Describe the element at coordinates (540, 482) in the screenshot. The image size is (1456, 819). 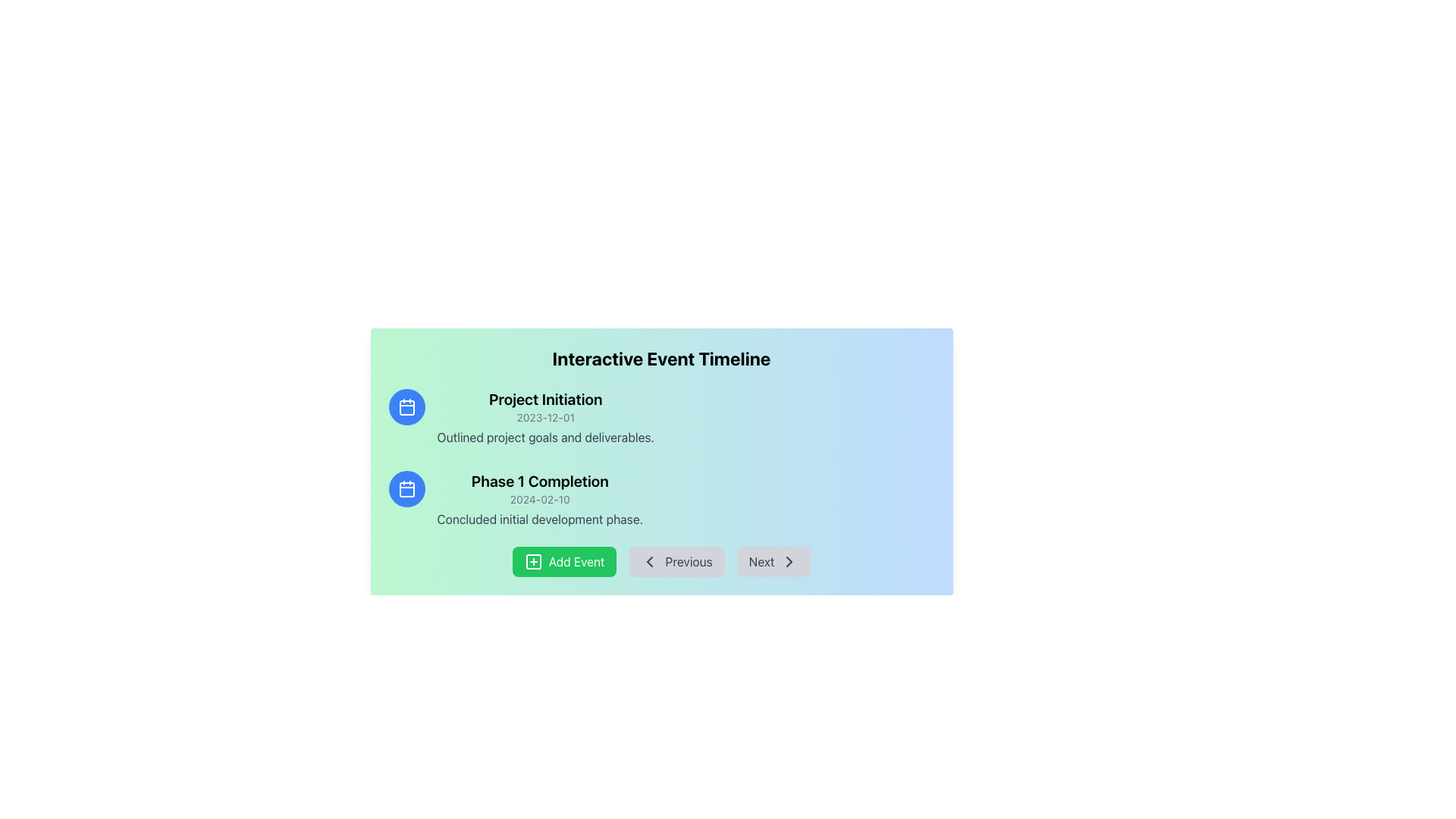
I see `the text label 'Phase 1 Completion' which is prominently styled and positioned above the date '2024-02-10' in the timeline interface` at that location.